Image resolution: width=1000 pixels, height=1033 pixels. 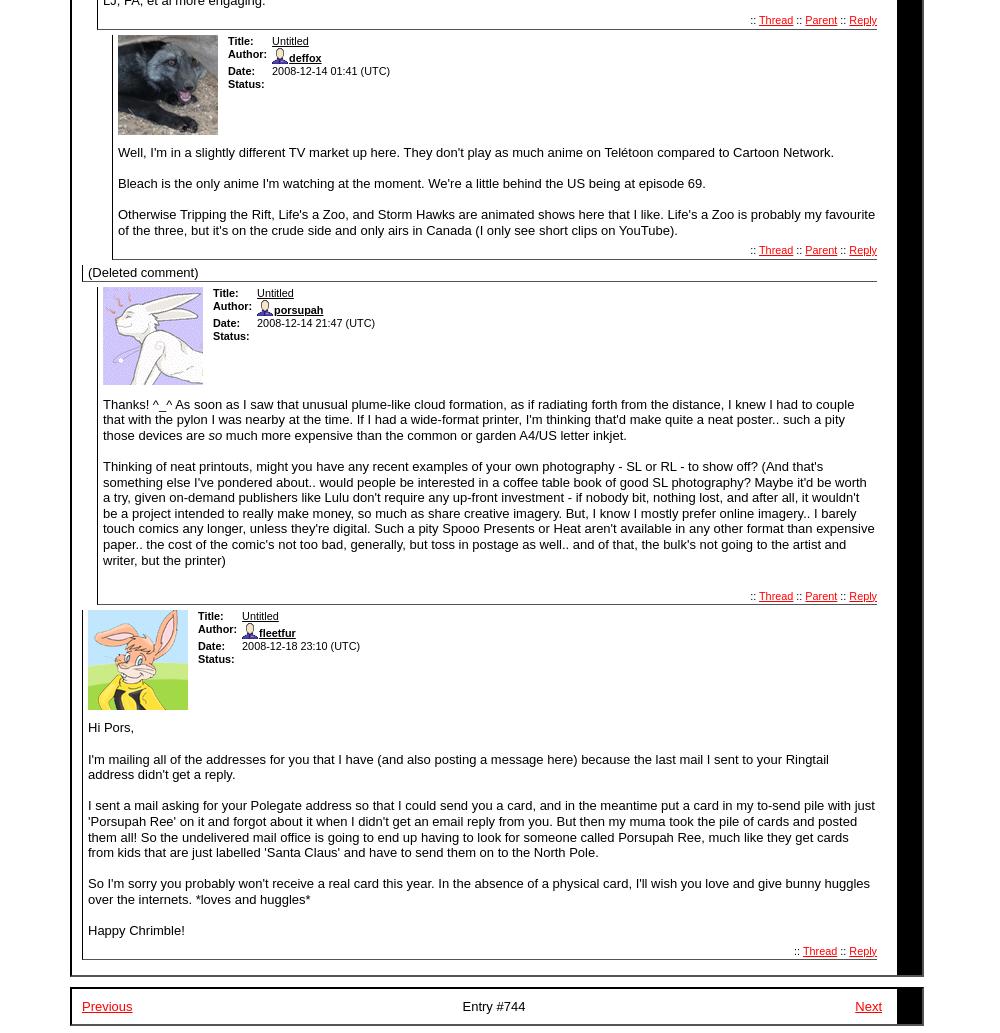 I want to click on 'Thanks! ^_^  As soon as I saw that unusual plume-like cloud formation, as if radiating forth from the distance, I knew I had to couple that with the pylon I was nearby at the time. If I had a wide-format printer, I'm thinking that'd make quite a neat poster.. such a pity those devices are', so click(x=477, y=418).